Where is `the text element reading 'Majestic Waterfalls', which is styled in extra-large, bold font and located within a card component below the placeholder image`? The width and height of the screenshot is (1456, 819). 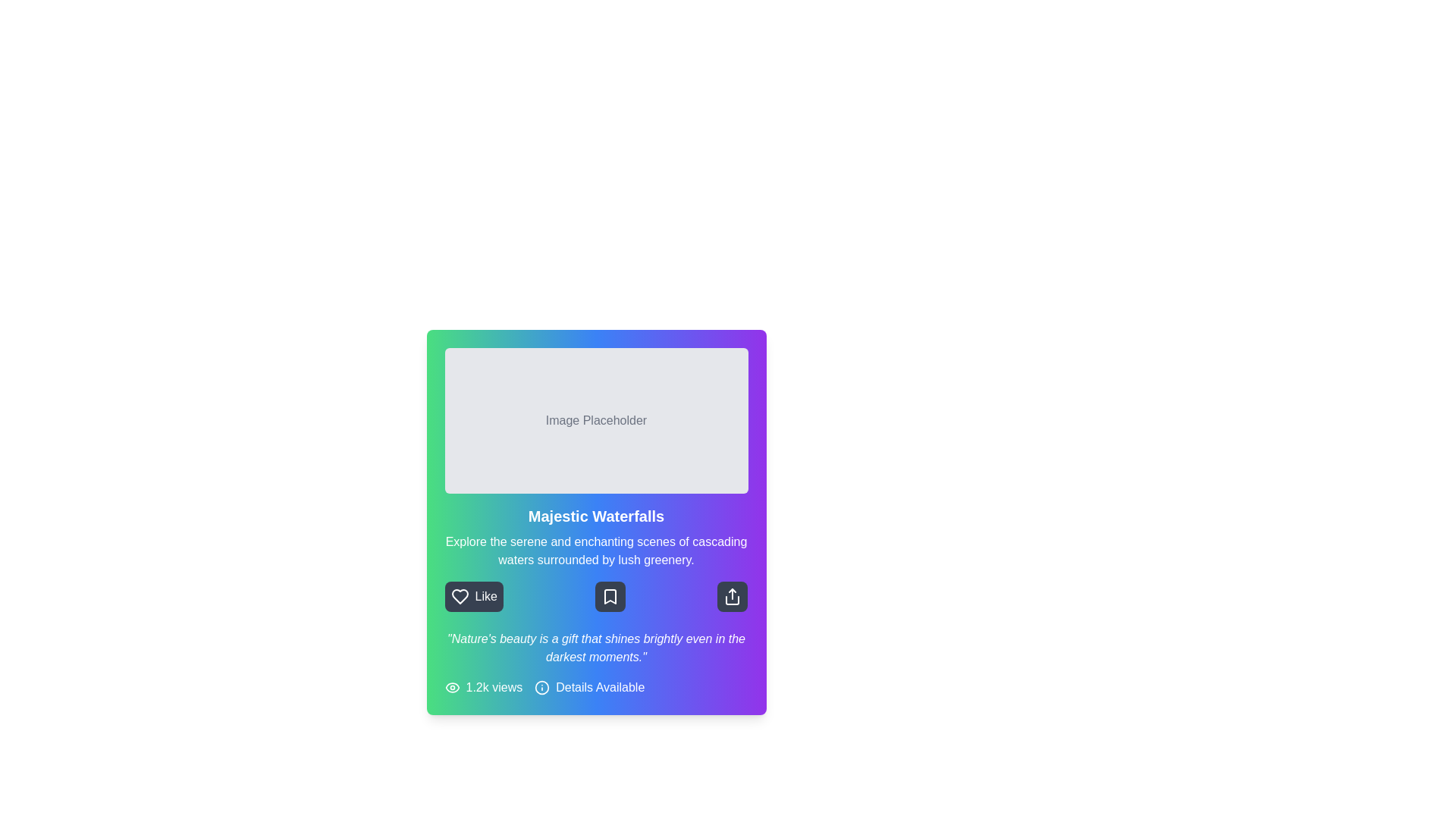 the text element reading 'Majestic Waterfalls', which is styled in extra-large, bold font and located within a card component below the placeholder image is located at coordinates (595, 516).